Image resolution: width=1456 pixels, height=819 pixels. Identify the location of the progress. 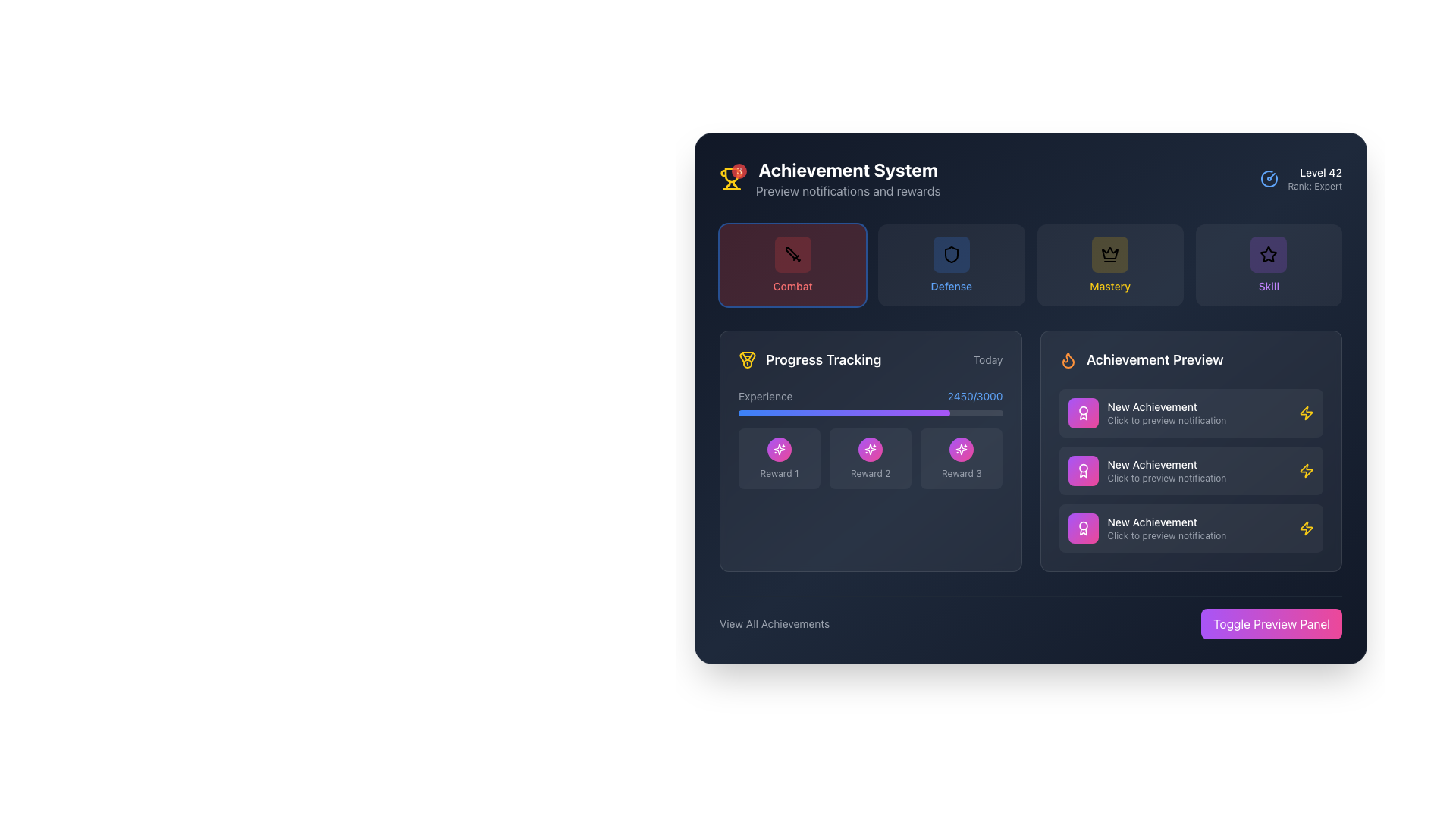
(1000, 413).